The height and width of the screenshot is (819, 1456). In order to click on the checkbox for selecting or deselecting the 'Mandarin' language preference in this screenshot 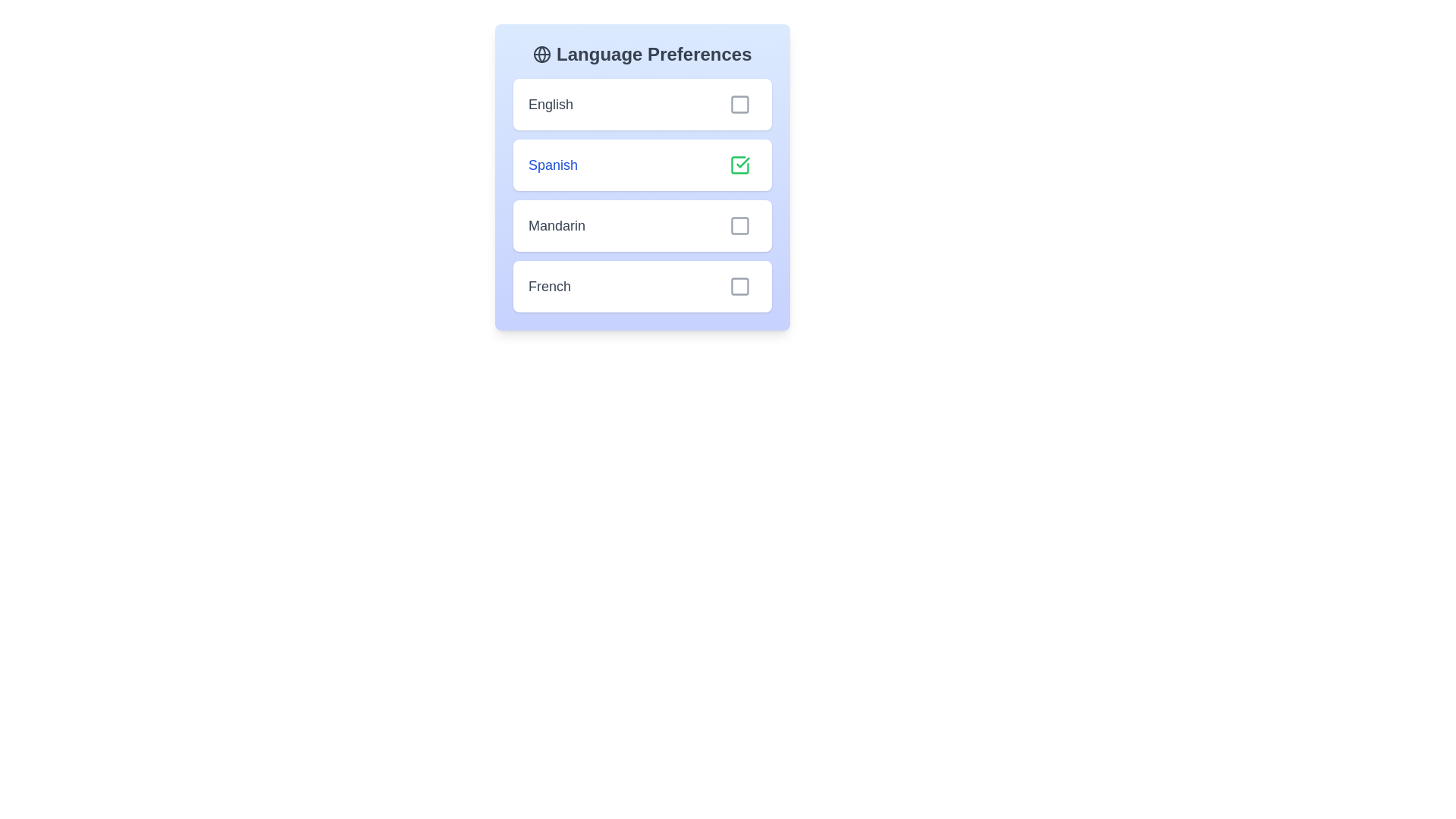, I will do `click(739, 225)`.